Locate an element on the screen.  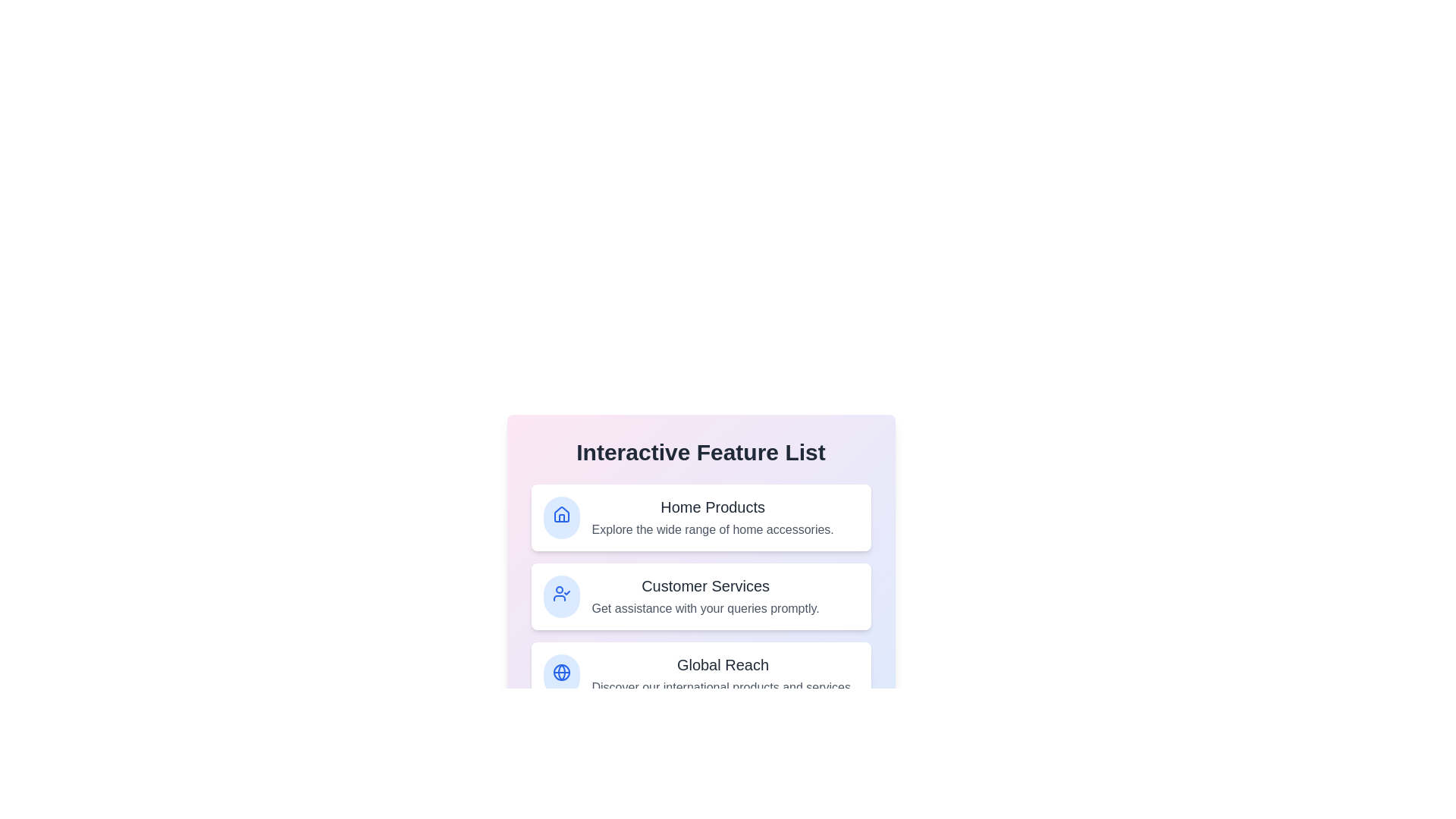
the item labeled Home Products to observe its hover effect is located at coordinates (700, 516).